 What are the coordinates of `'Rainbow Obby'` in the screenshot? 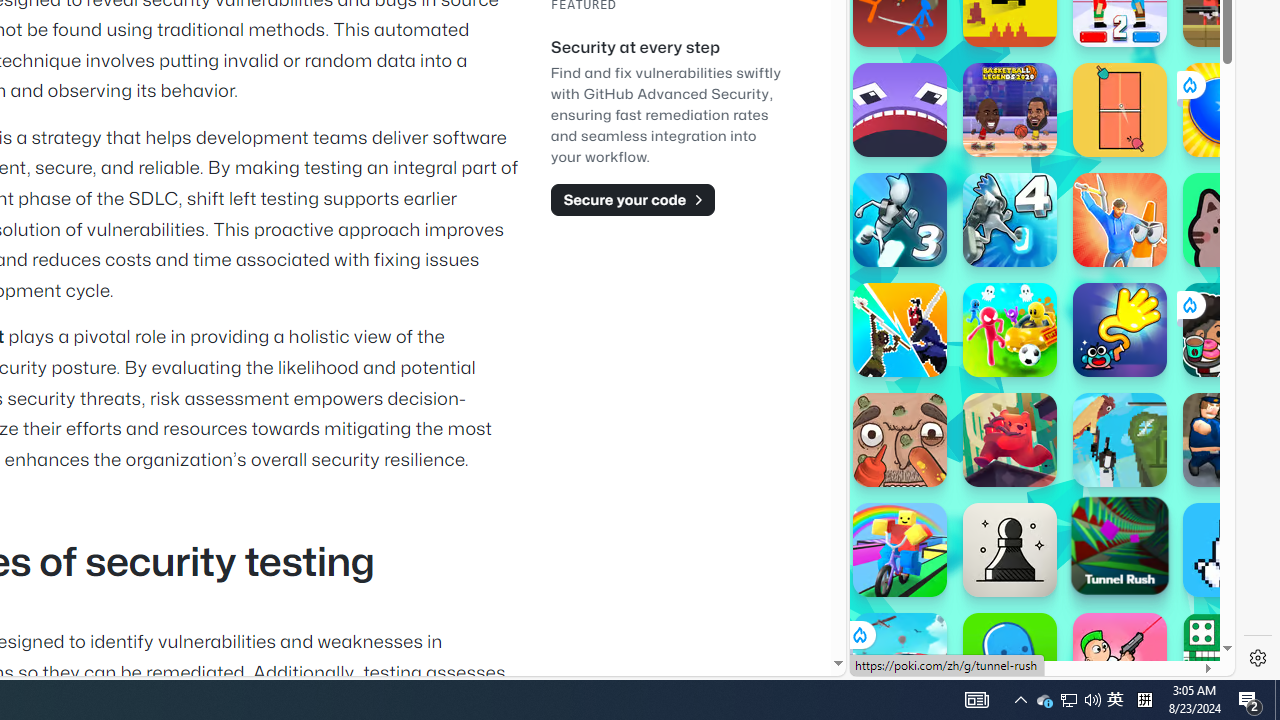 It's located at (898, 550).